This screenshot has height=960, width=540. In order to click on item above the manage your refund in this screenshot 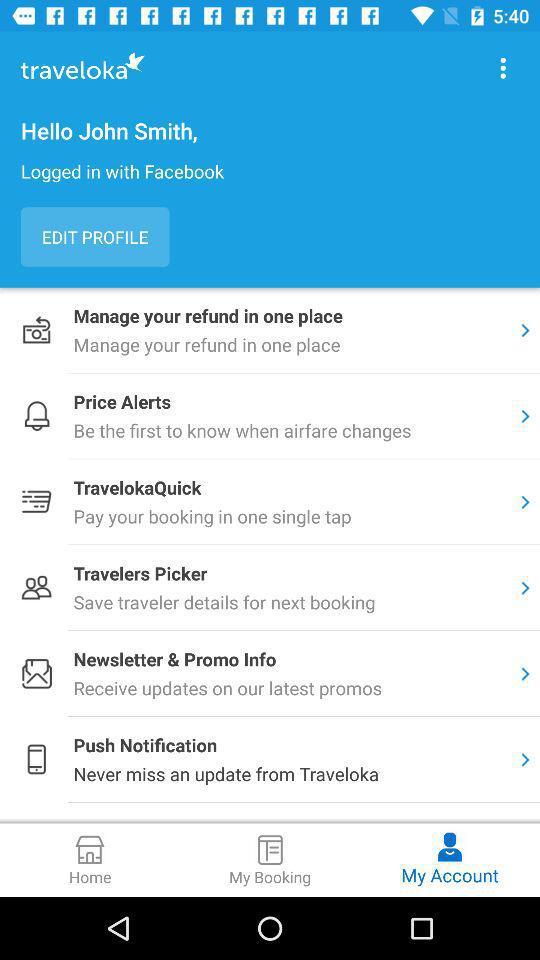, I will do `click(94, 237)`.